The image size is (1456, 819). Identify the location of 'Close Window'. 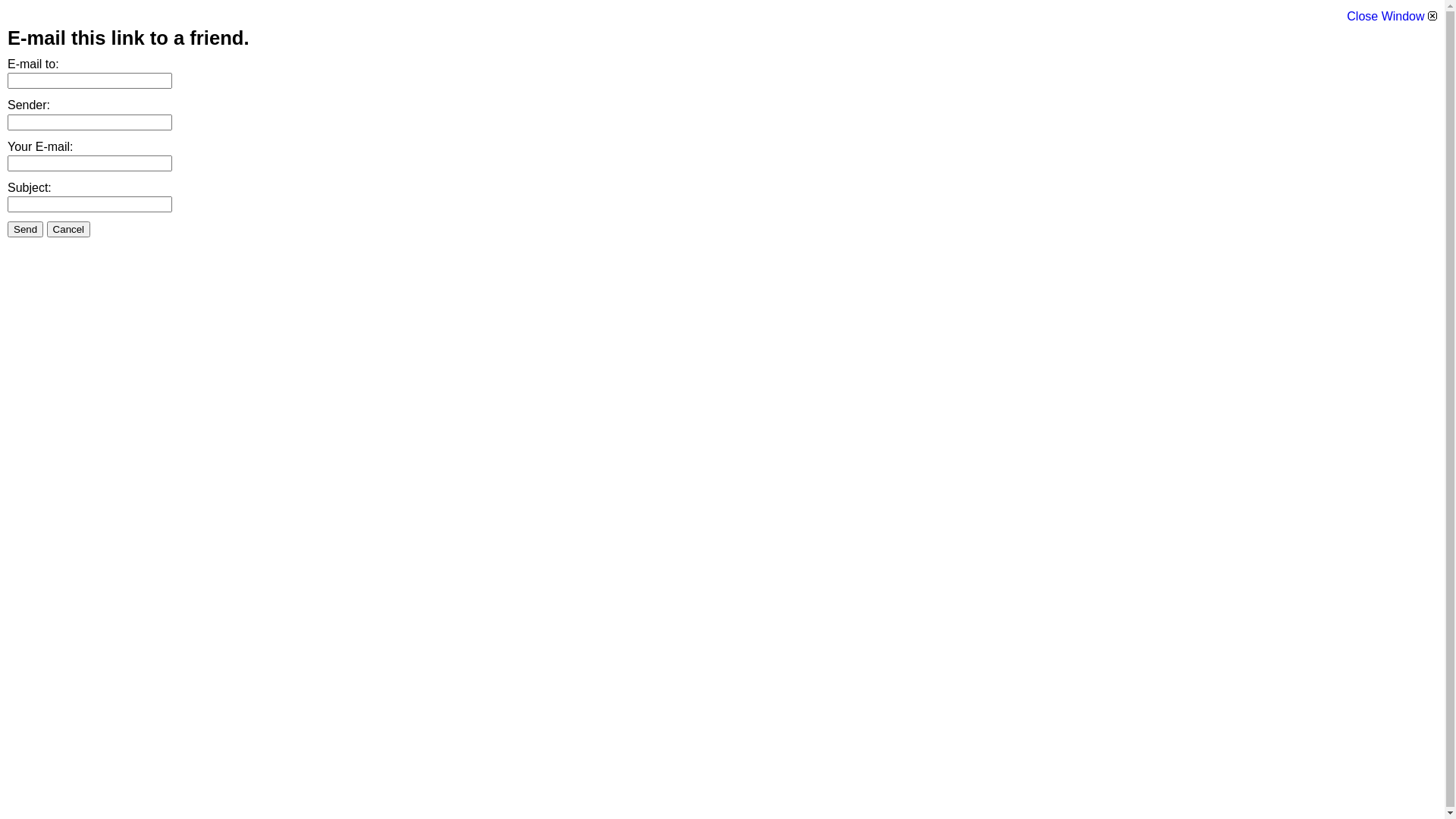
(1392, 16).